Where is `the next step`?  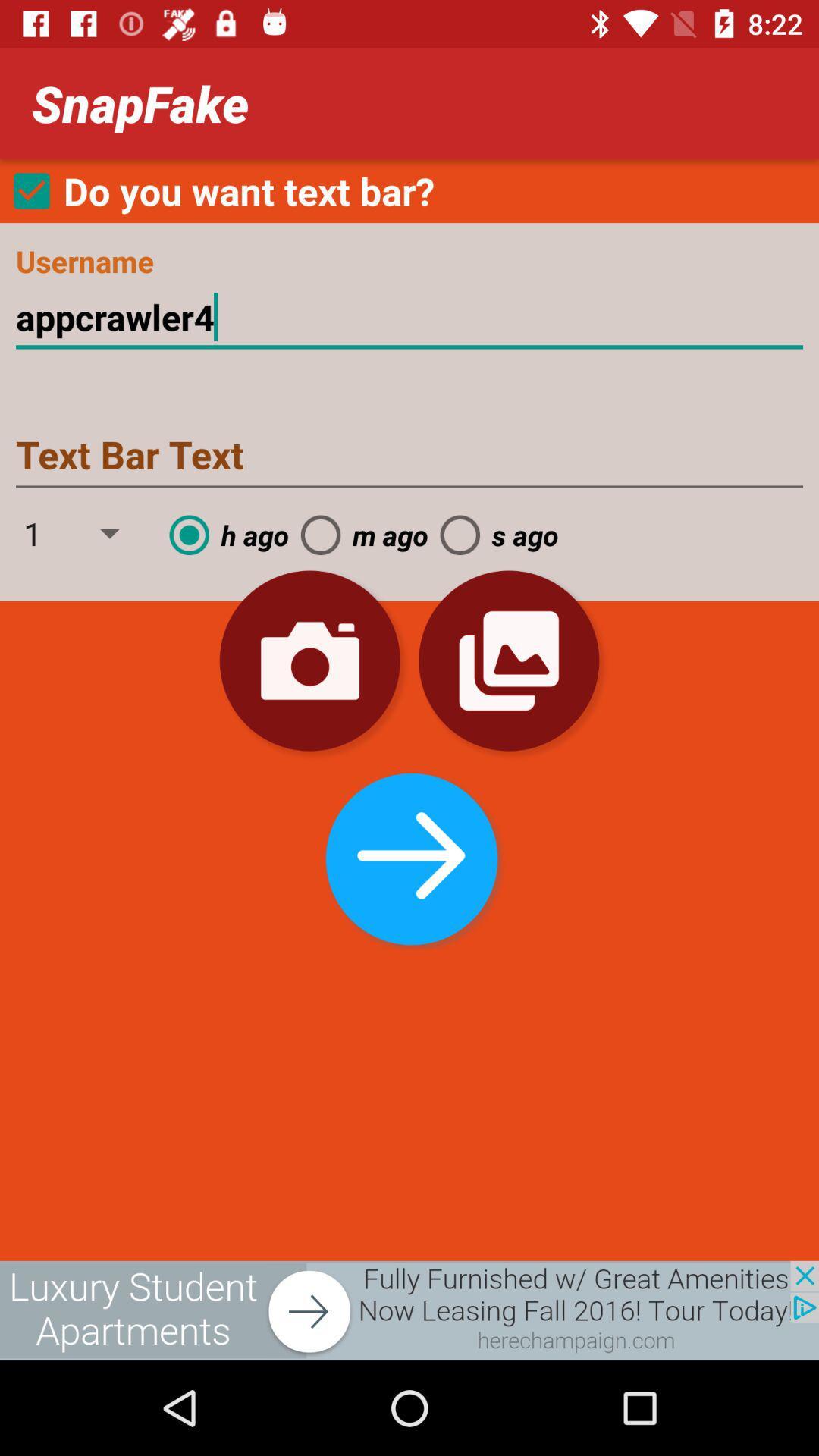 the next step is located at coordinates (408, 855).